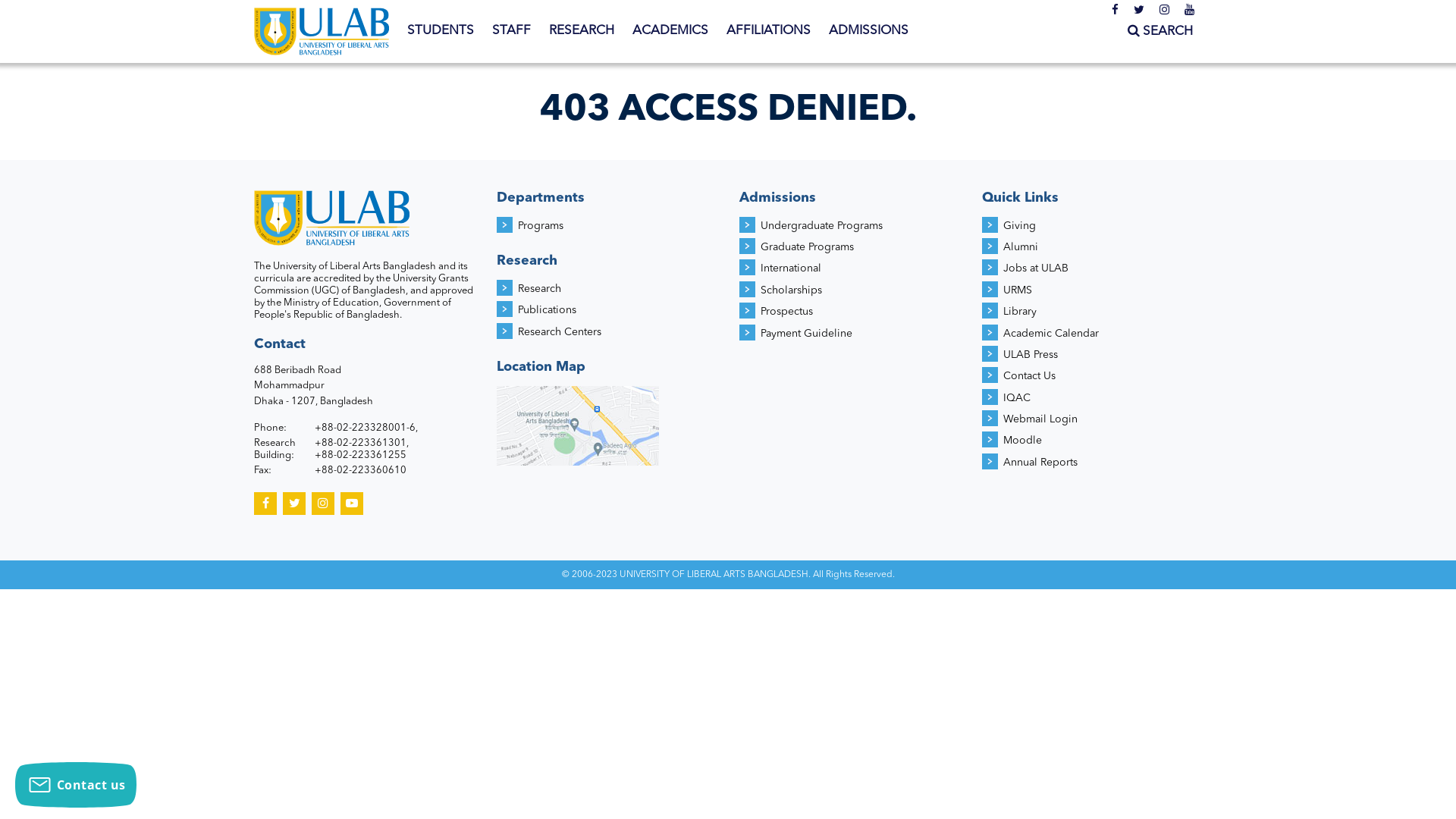 The width and height of the screenshot is (1456, 819). Describe the element at coordinates (75, 784) in the screenshot. I see `'Contact us'` at that location.